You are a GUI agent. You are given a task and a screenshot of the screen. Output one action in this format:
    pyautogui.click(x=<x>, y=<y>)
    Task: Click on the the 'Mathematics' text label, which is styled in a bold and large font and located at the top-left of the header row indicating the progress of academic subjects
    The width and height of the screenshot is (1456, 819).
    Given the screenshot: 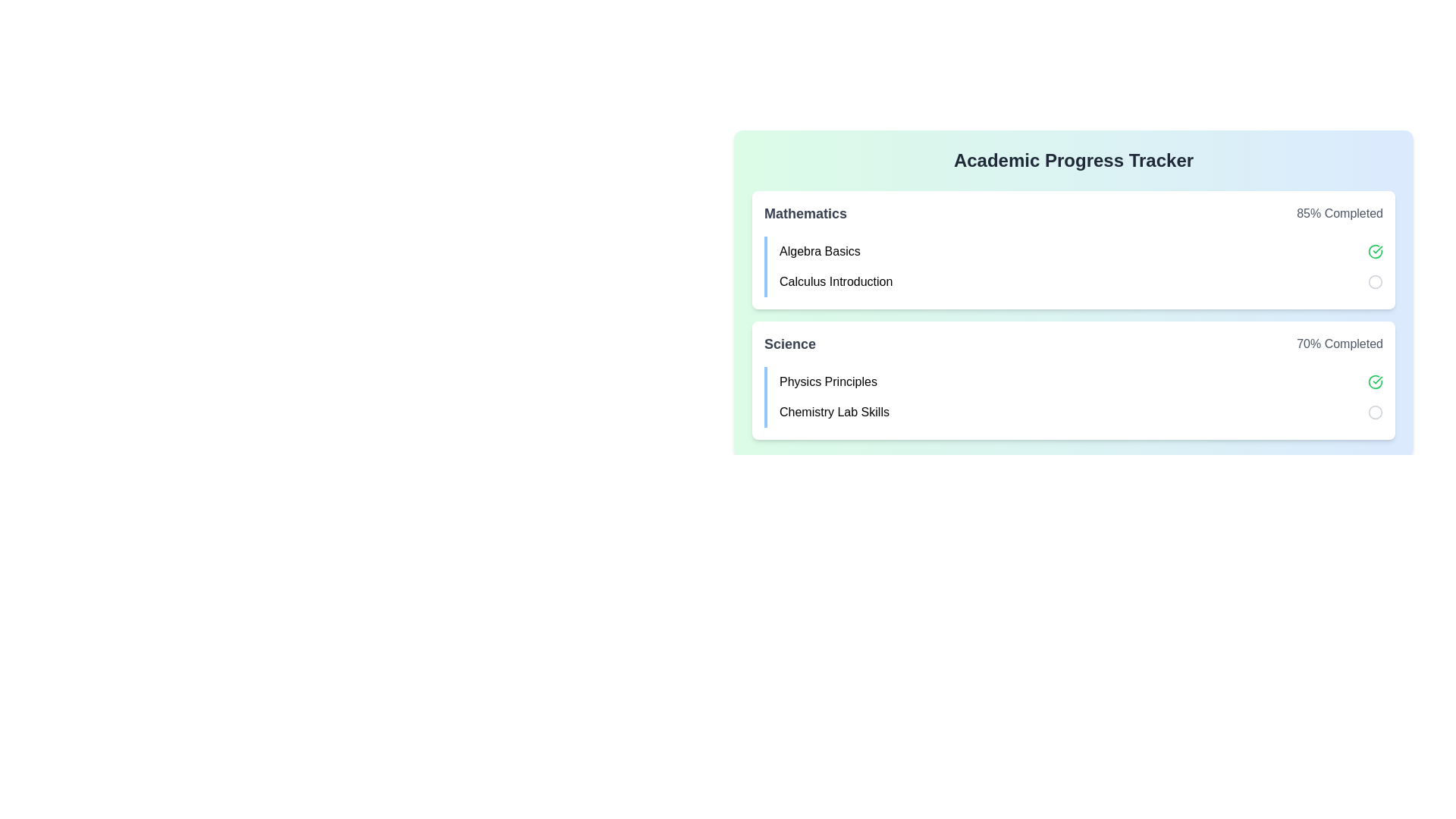 What is the action you would take?
    pyautogui.click(x=805, y=213)
    